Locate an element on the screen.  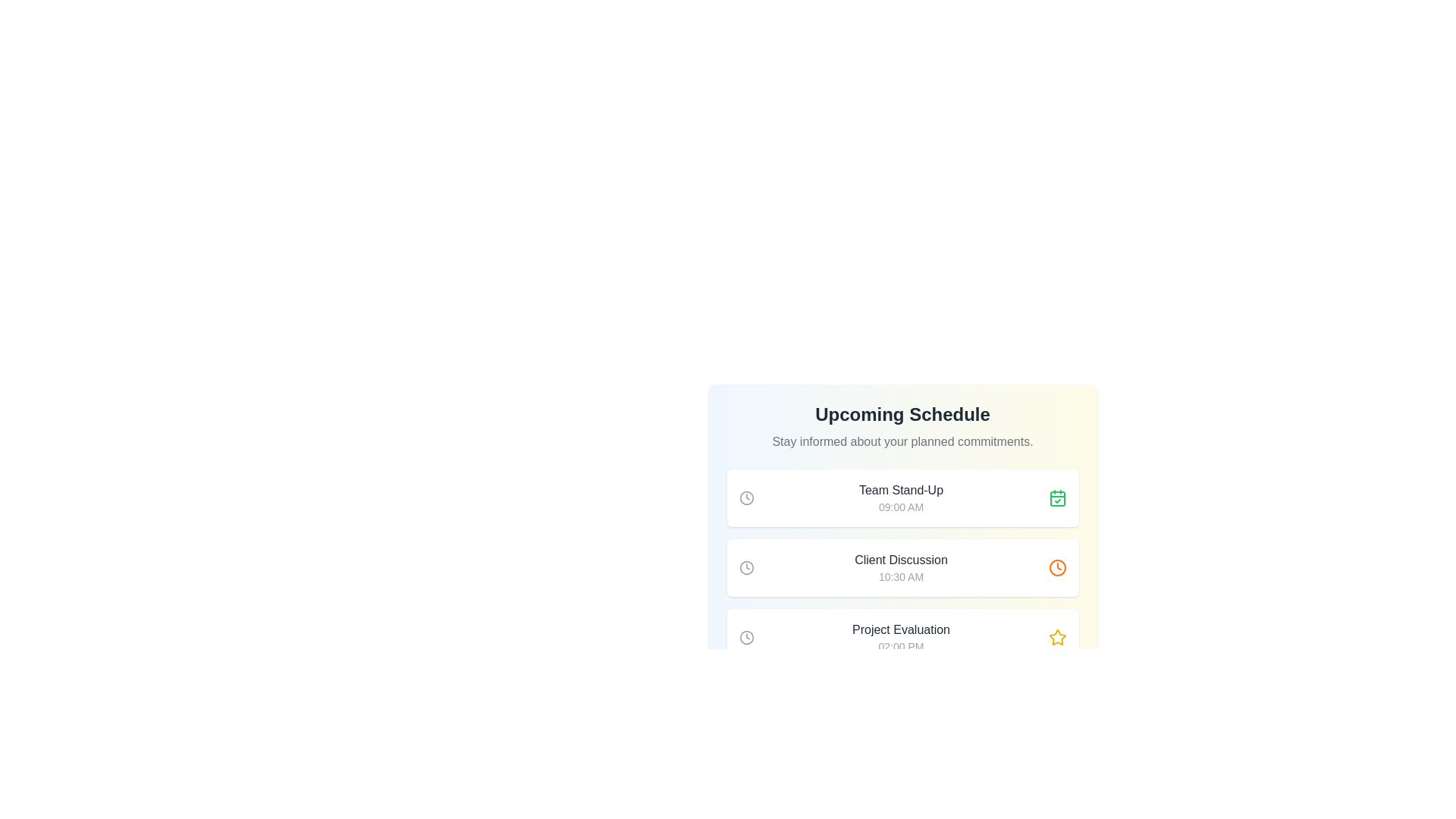
the text label displaying '09:00 AM' which is located beneath the 'Team Stand-Up' heading in the scheduler interface is located at coordinates (901, 507).